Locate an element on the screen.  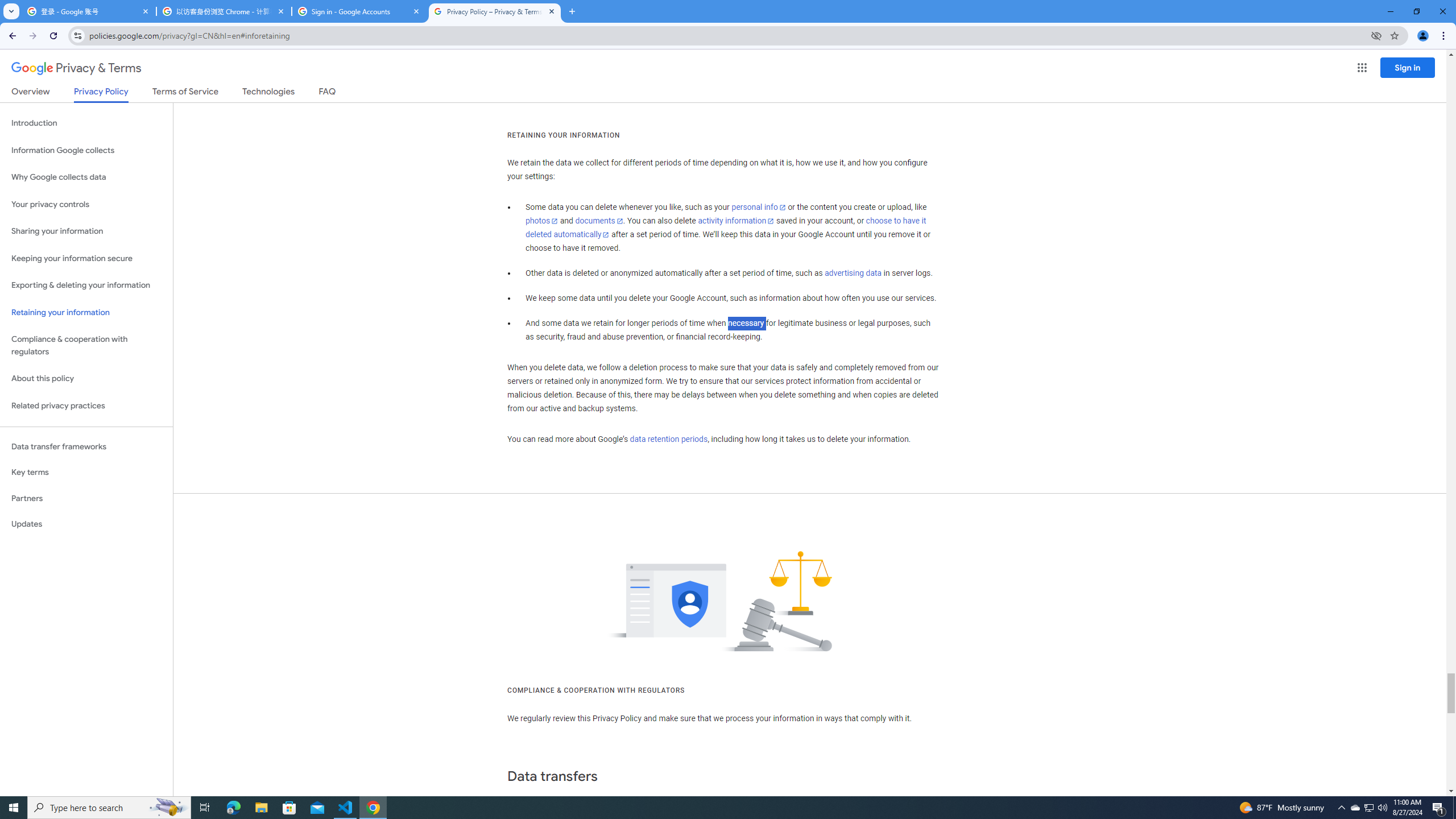
'Exporting & deleting your information' is located at coordinates (86, 285).